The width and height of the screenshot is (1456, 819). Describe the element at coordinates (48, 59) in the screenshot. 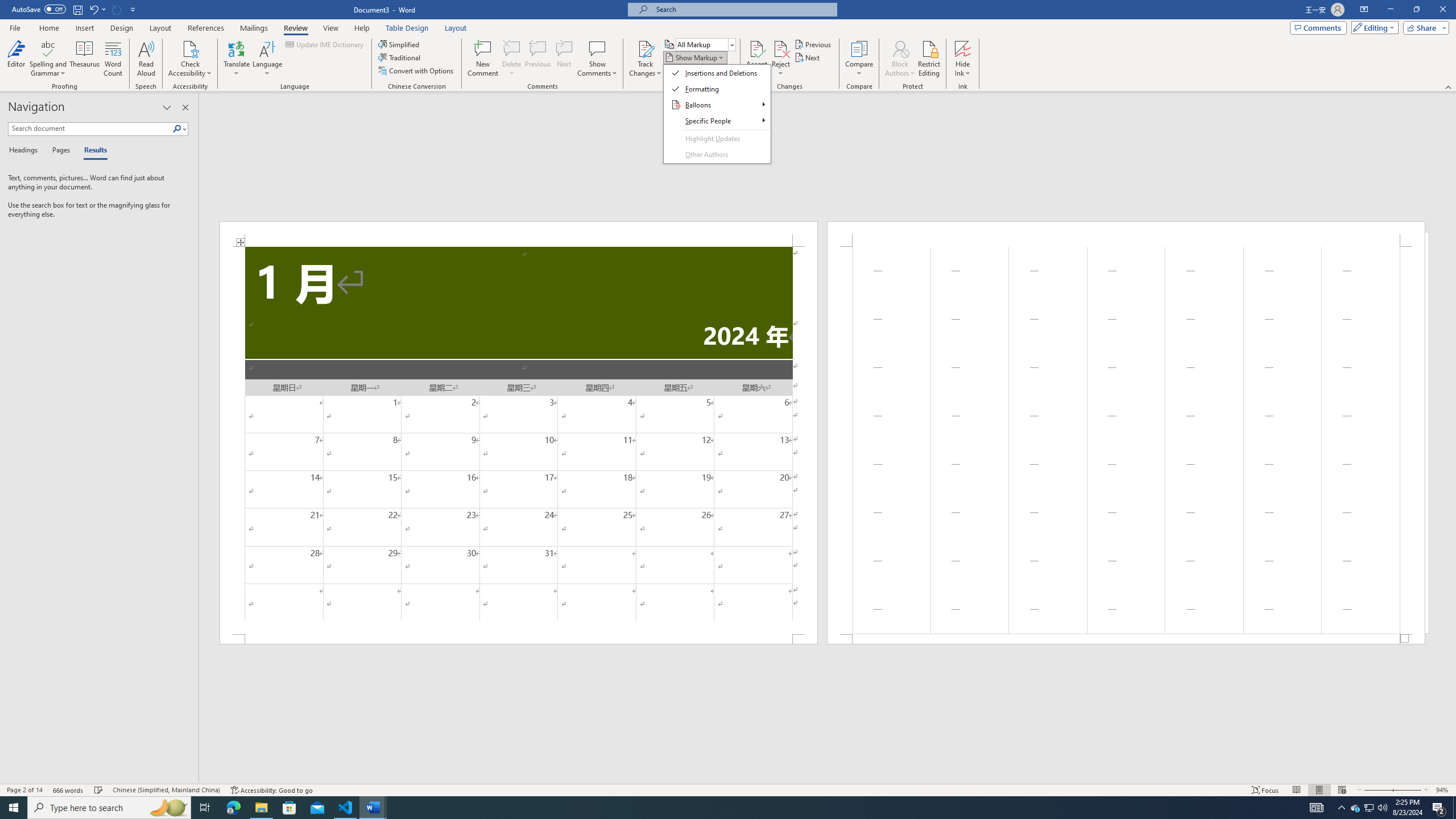

I see `'Spelling and Grammar'` at that location.